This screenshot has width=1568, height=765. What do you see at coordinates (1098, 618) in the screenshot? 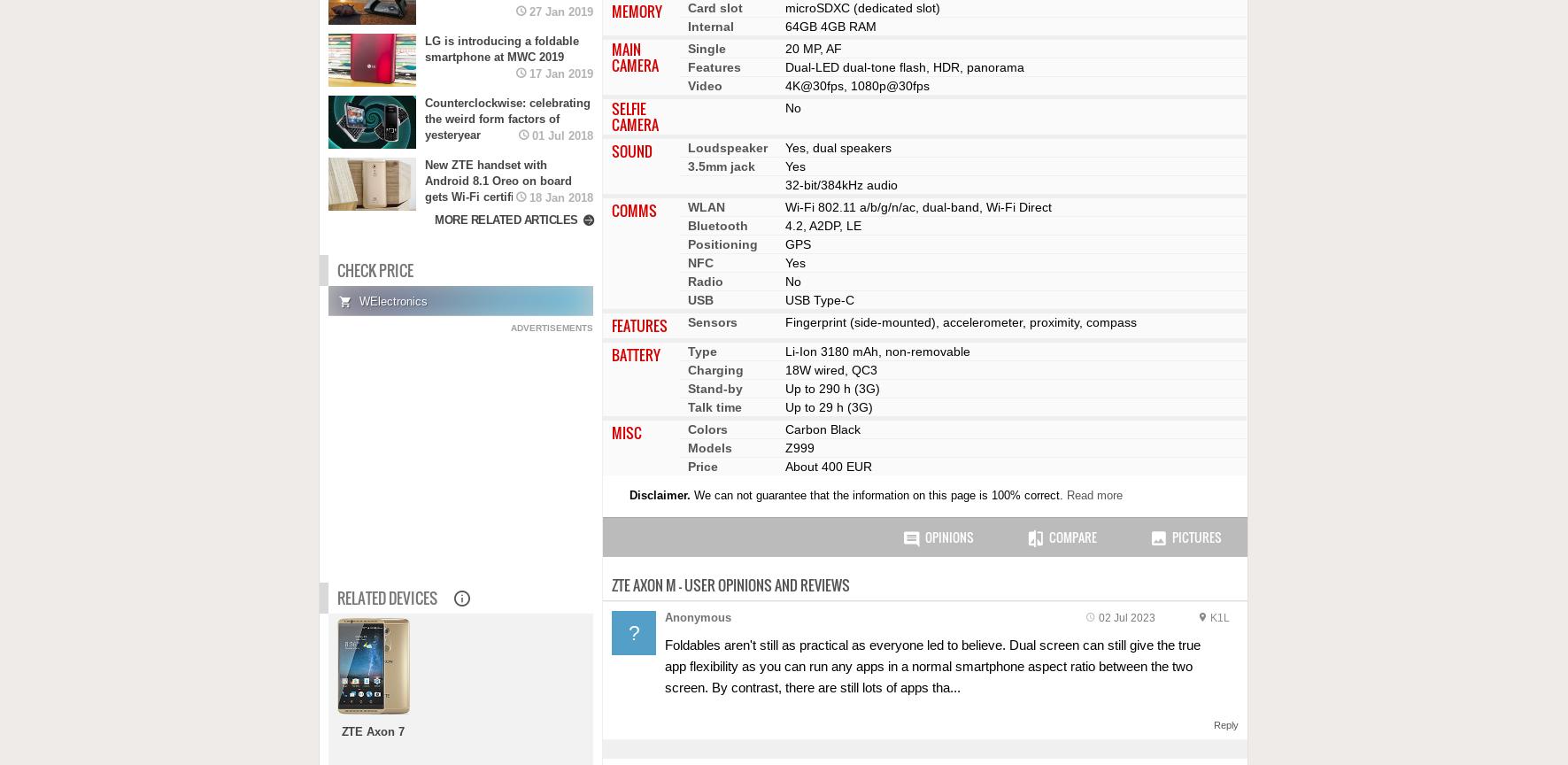
I see `'02 Jul 2023'` at bounding box center [1098, 618].